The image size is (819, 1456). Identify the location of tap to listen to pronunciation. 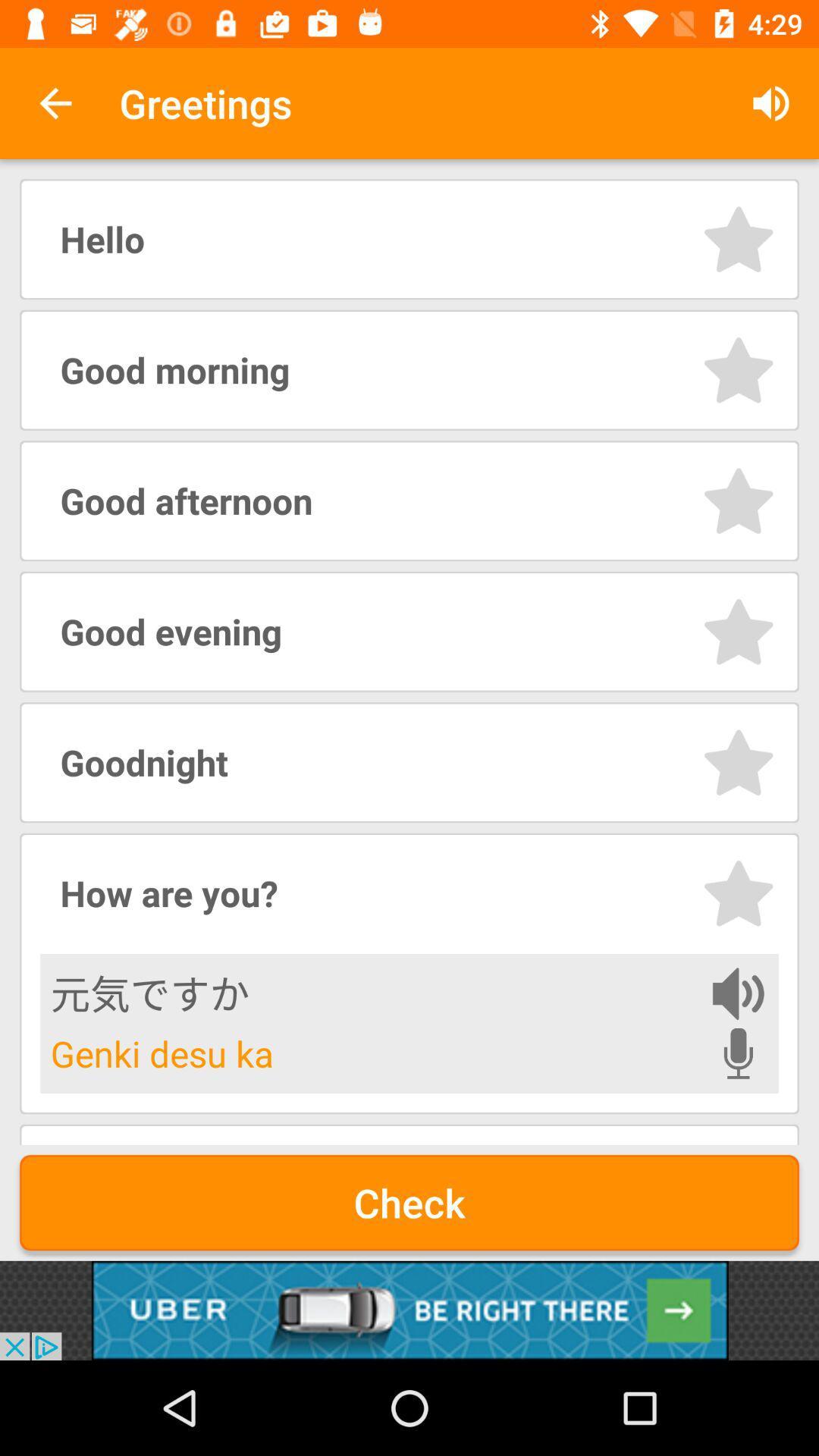
(737, 1053).